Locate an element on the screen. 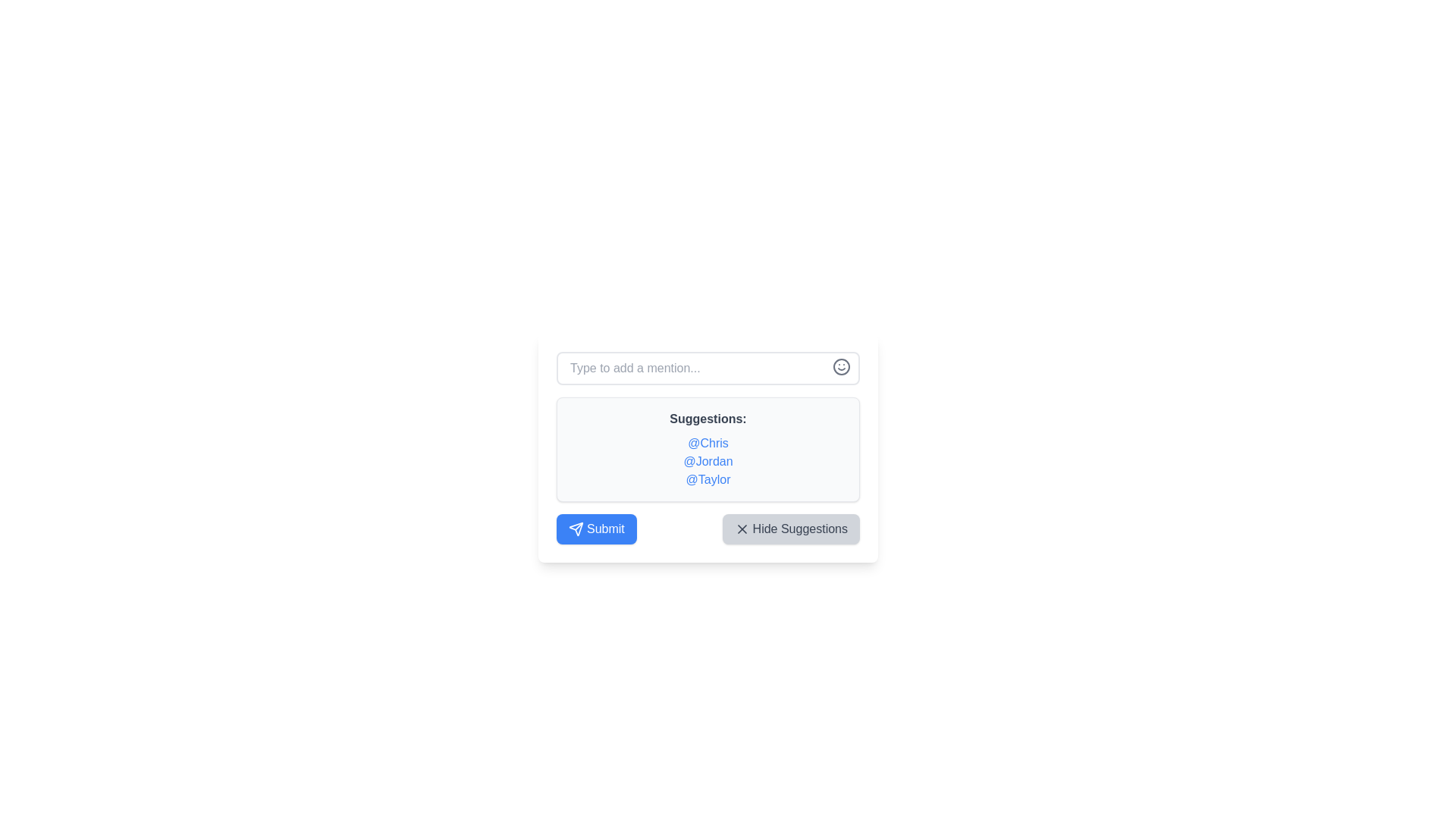 The image size is (1456, 819). the clickable text link '@Jordan' to visualize the underline effect, which is the second item in the suggestion dropdown for tagging purposes is located at coordinates (708, 461).